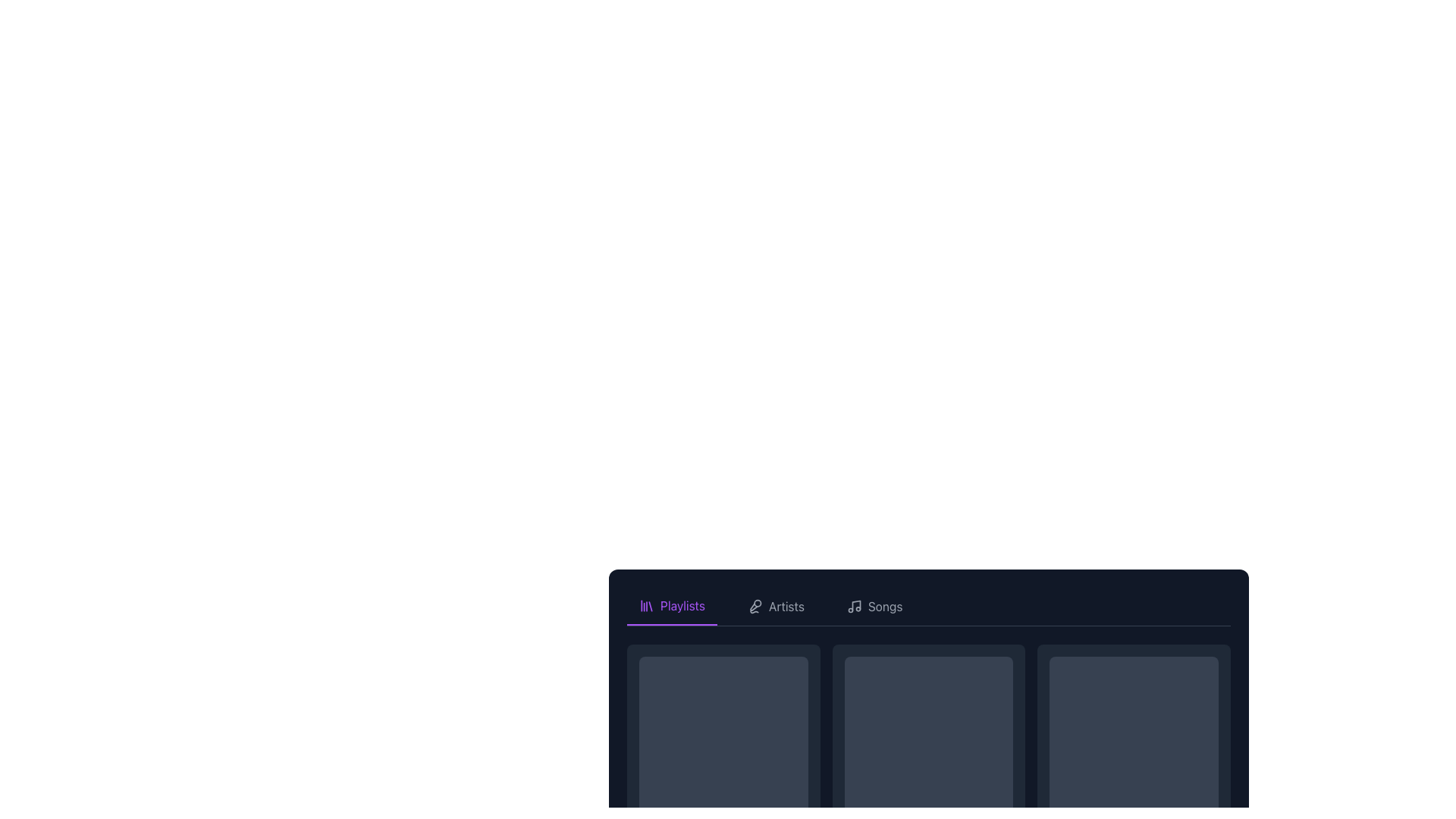  What do you see at coordinates (874, 605) in the screenshot?
I see `the 'Songs' interactive navigation menu item` at bounding box center [874, 605].